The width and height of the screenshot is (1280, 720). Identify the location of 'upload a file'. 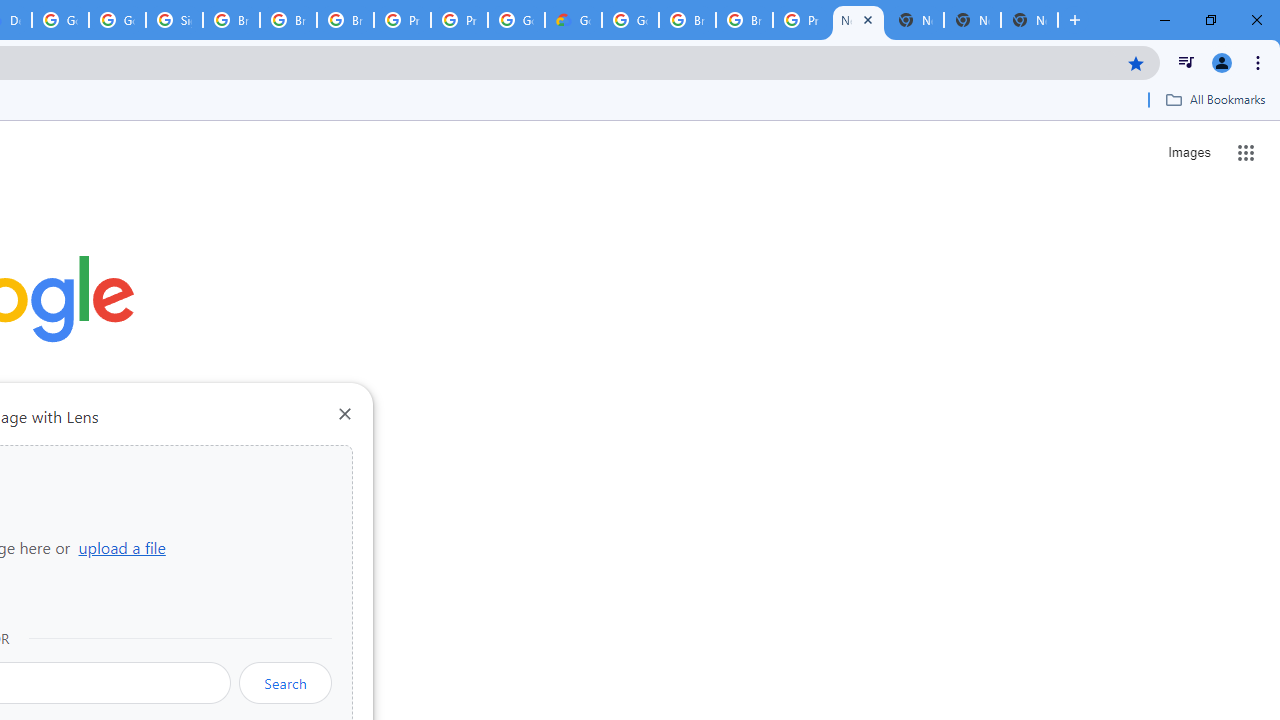
(121, 547).